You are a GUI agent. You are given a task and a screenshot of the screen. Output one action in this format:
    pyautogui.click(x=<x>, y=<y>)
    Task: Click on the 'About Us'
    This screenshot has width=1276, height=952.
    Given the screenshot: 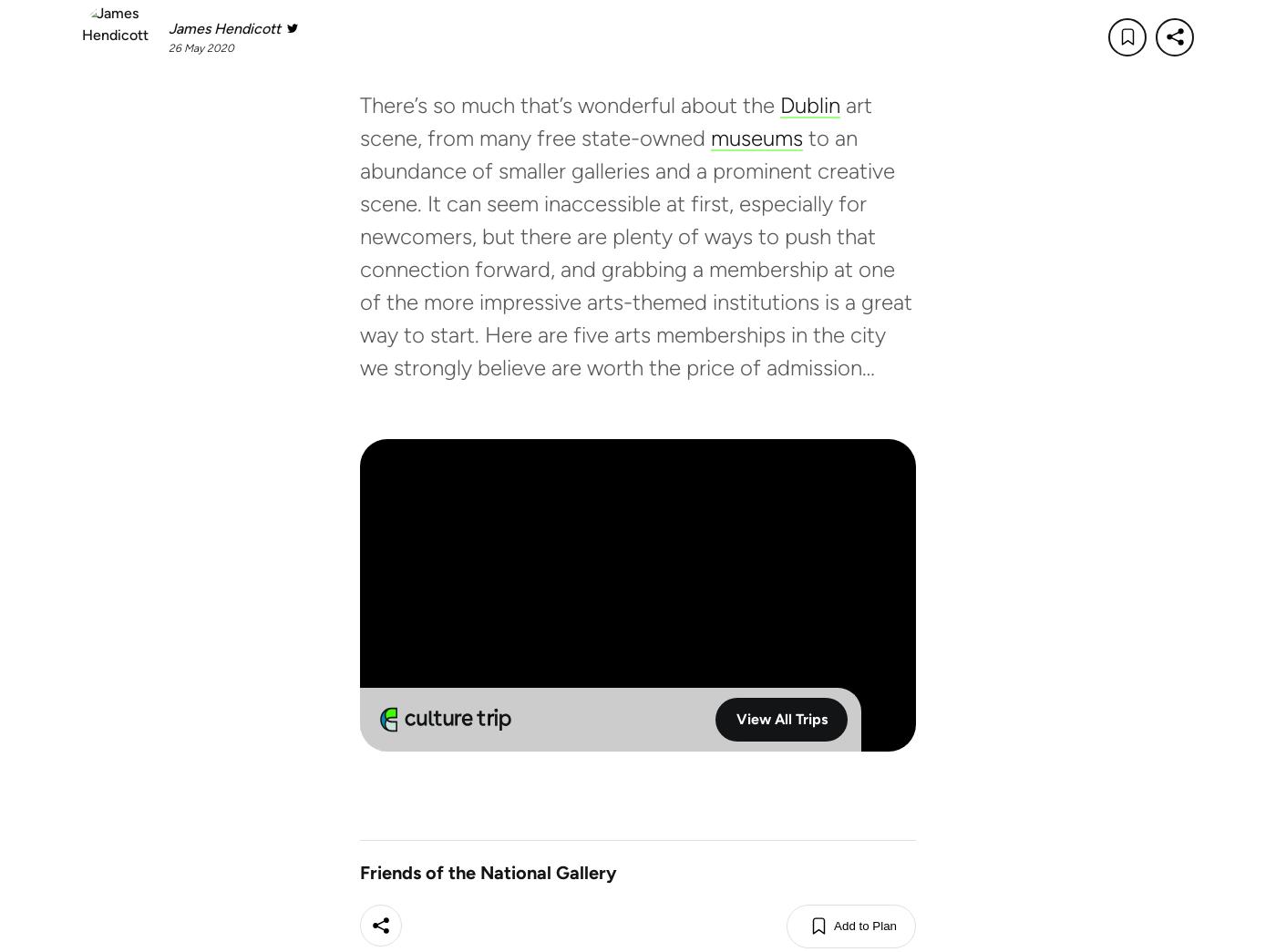 What is the action you would take?
    pyautogui.click(x=750, y=934)
    